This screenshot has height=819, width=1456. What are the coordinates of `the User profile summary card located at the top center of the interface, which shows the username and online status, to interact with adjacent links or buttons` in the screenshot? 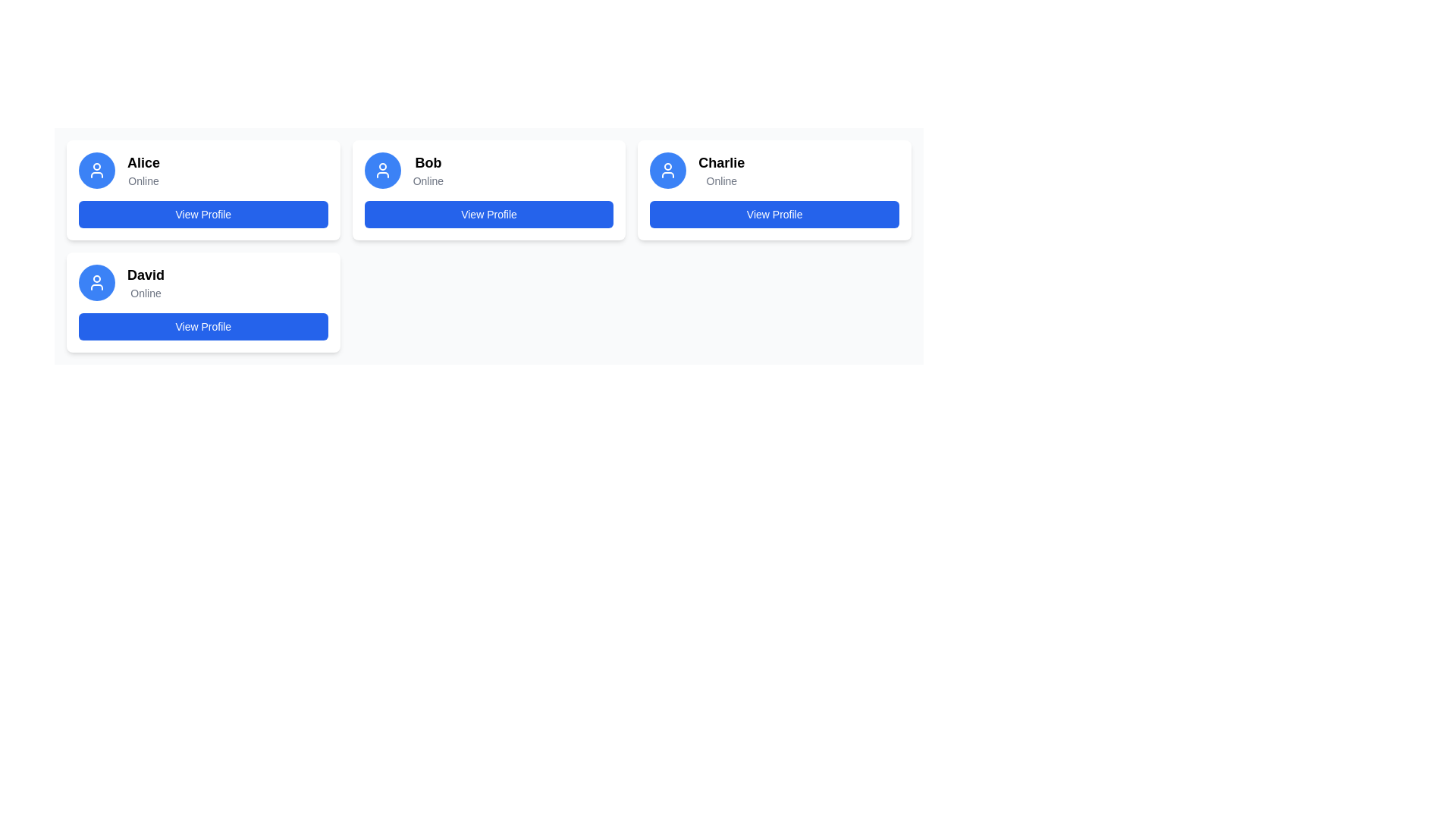 It's located at (488, 170).